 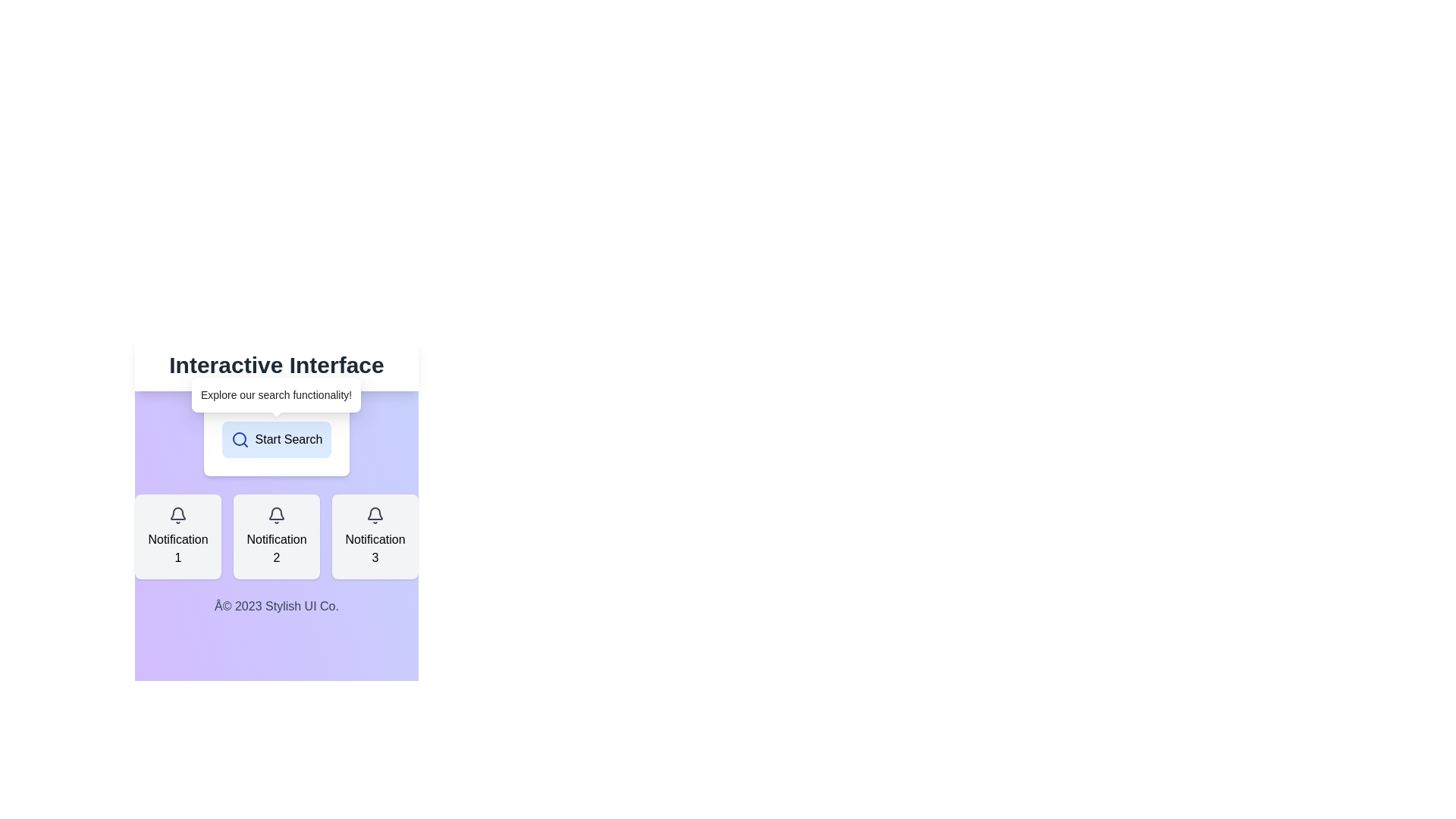 I want to click on the bell icon with a dark gray outline located in the center card of a three-card layout, positioned above the label 'Notification 2', so click(x=276, y=514).